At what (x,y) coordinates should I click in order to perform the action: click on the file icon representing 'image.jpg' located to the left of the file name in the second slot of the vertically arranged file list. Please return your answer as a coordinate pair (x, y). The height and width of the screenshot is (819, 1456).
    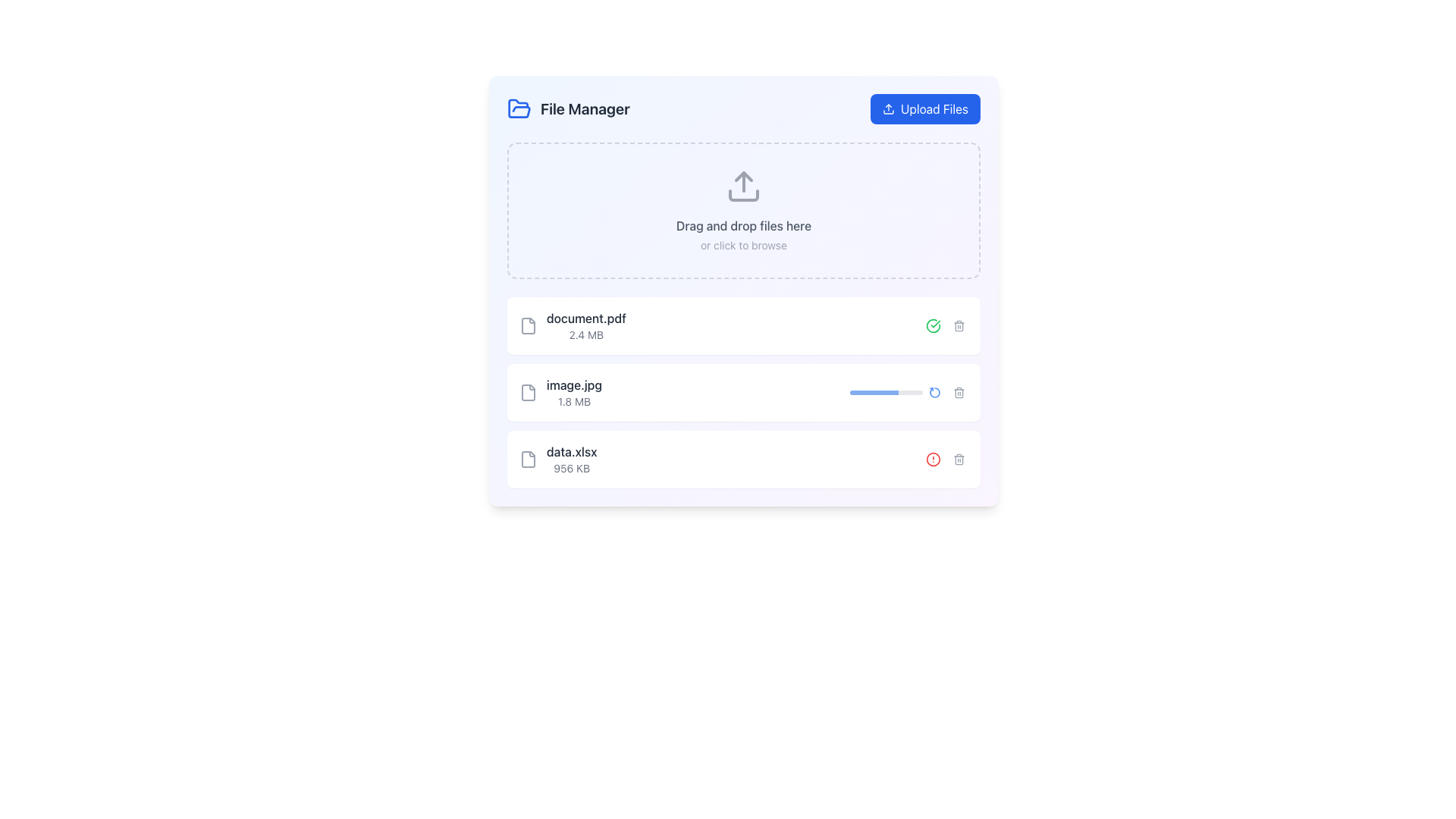
    Looking at the image, I should click on (528, 391).